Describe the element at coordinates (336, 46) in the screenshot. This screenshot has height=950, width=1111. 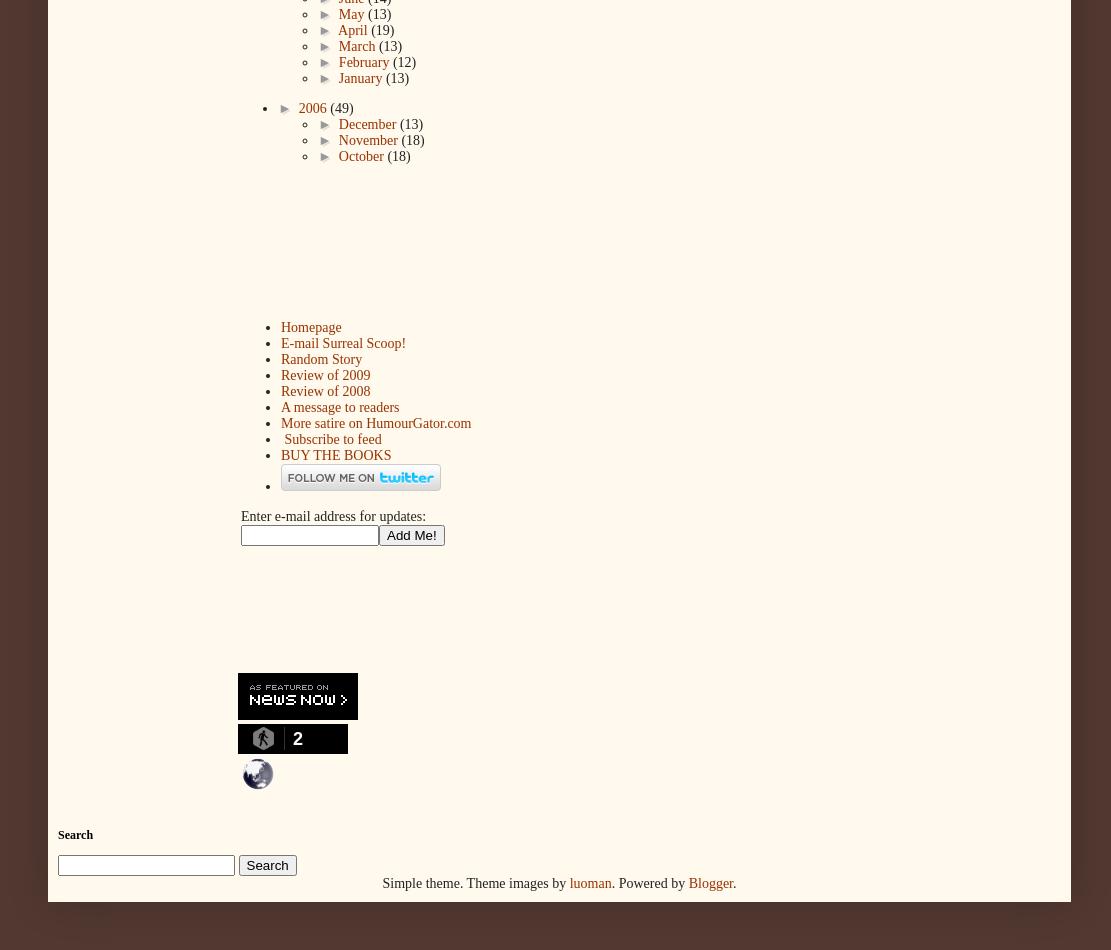
I see `'March'` at that location.